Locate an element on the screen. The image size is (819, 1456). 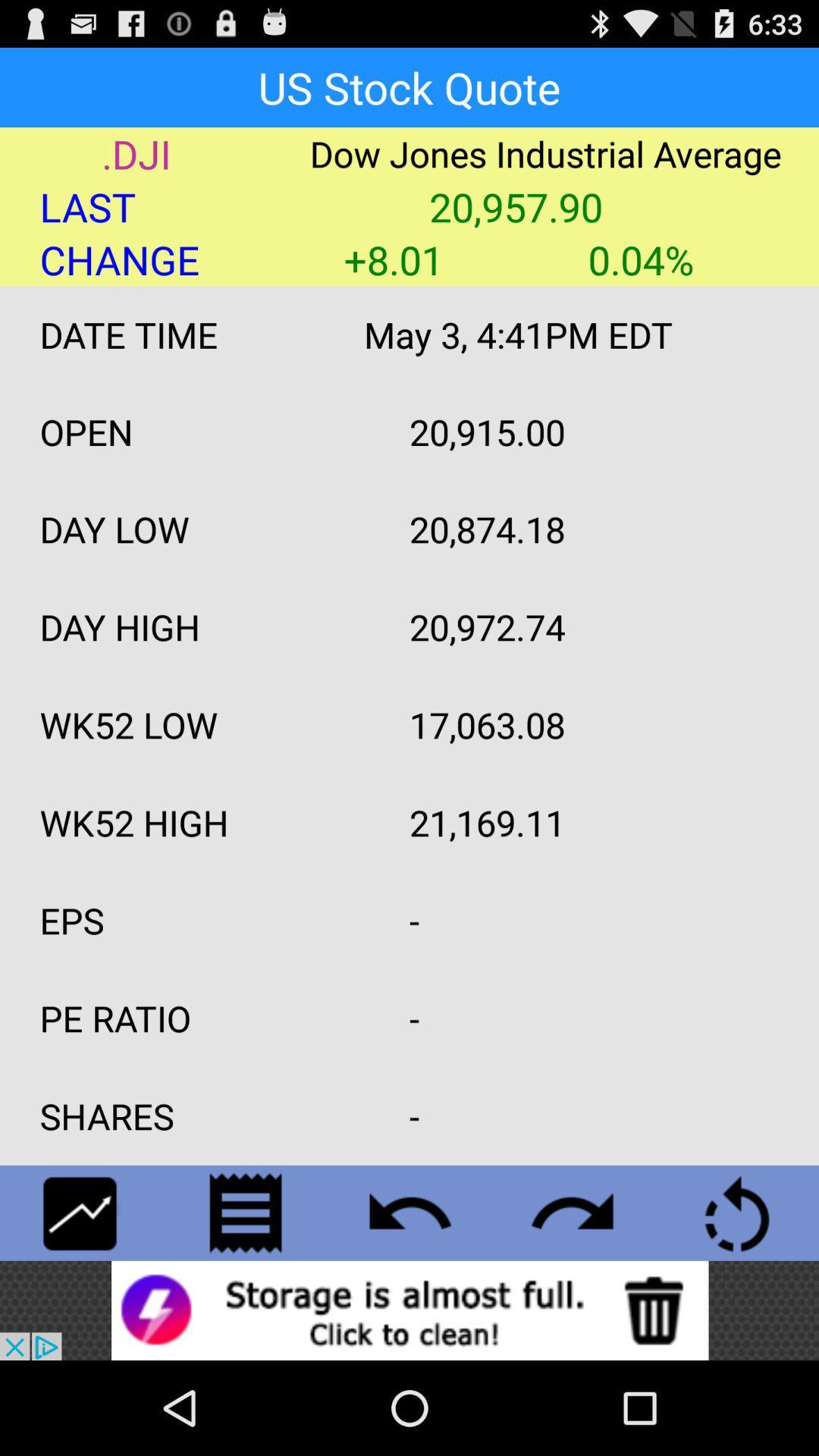
preview button is located at coordinates (409, 1212).